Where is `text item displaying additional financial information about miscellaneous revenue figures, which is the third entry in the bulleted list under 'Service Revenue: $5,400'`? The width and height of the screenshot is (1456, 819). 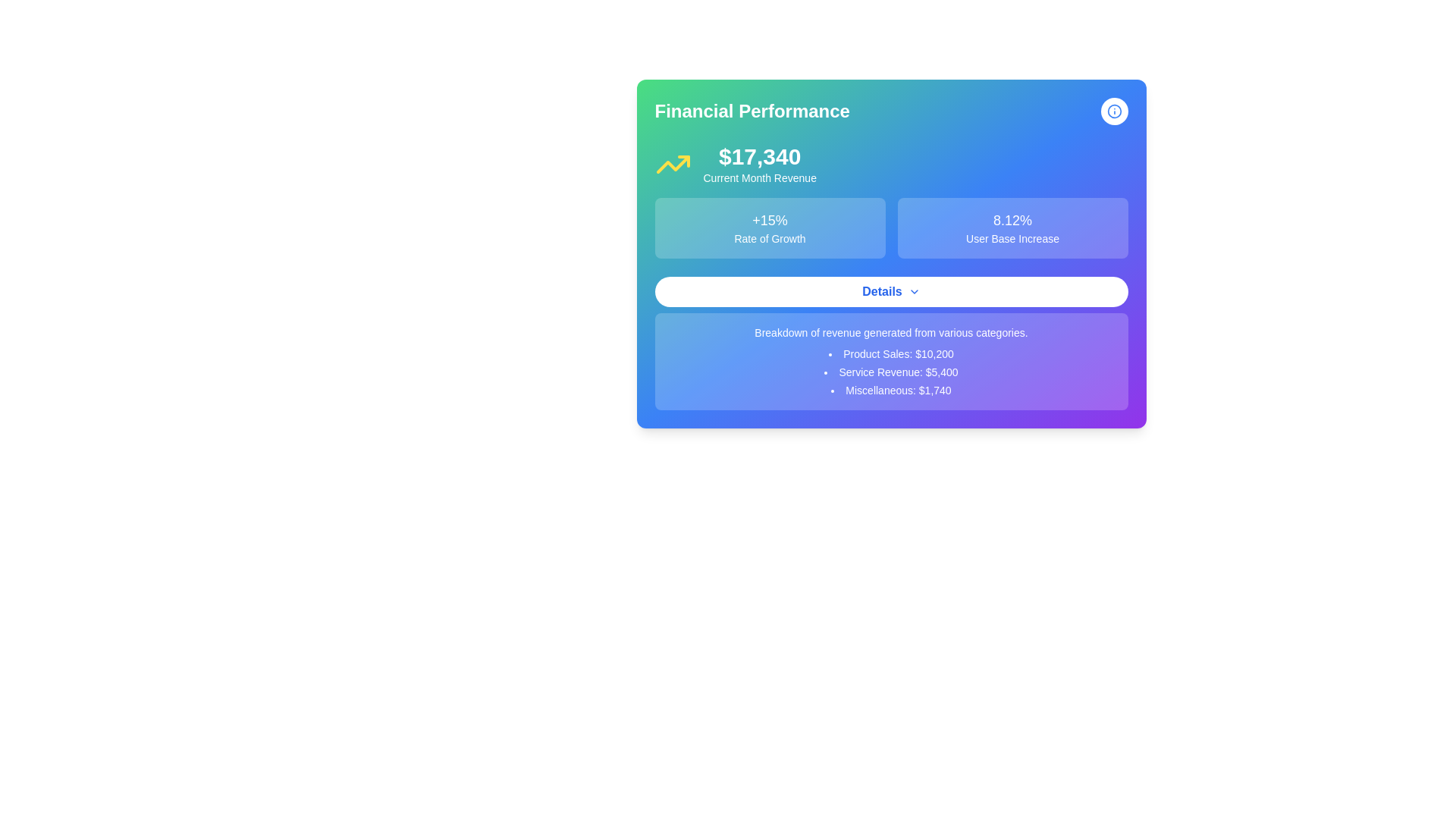 text item displaying additional financial information about miscellaneous revenue figures, which is the third entry in the bulleted list under 'Service Revenue: $5,400' is located at coordinates (891, 390).